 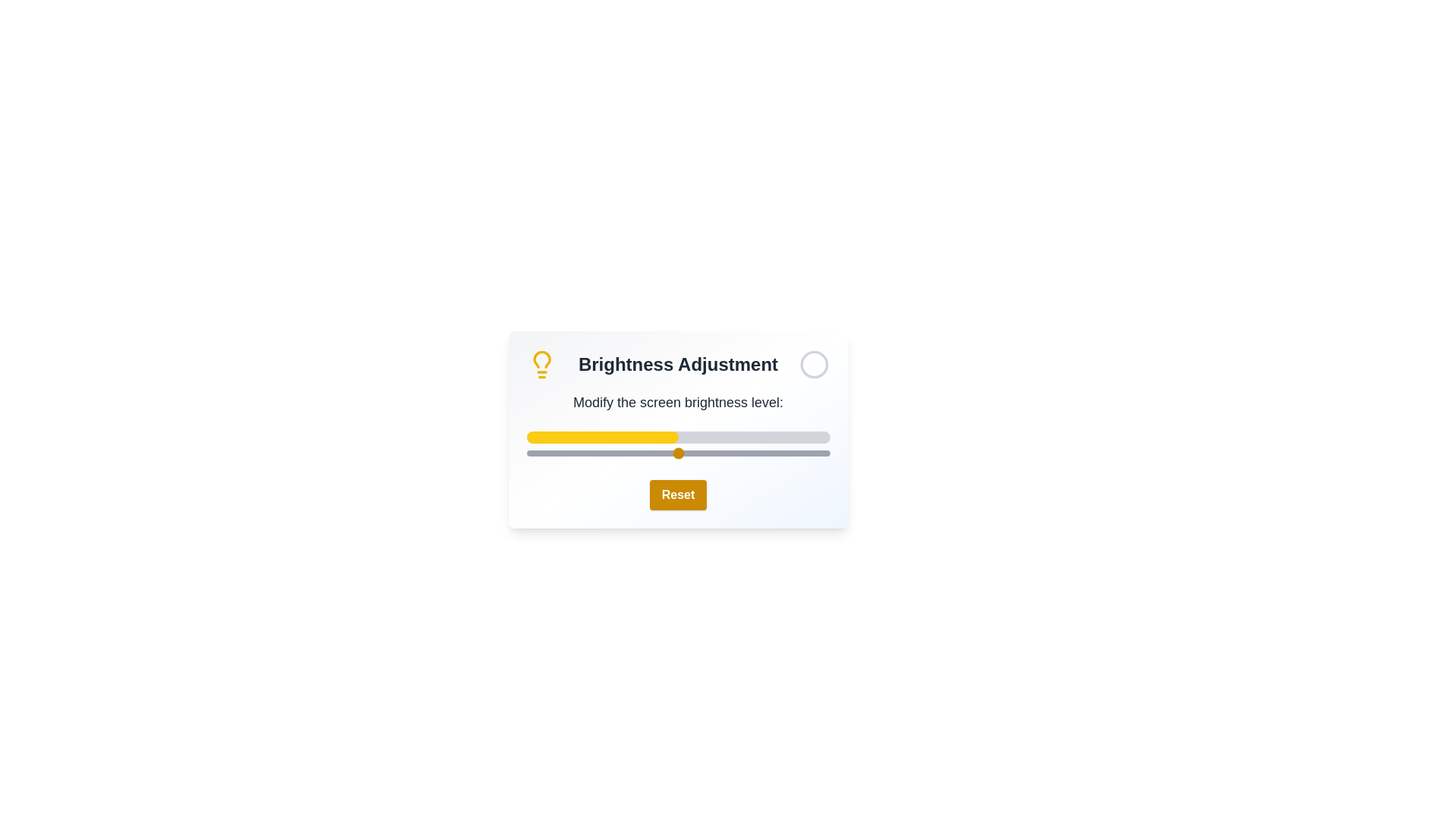 I want to click on the brightness slider to 40%, so click(x=648, y=452).